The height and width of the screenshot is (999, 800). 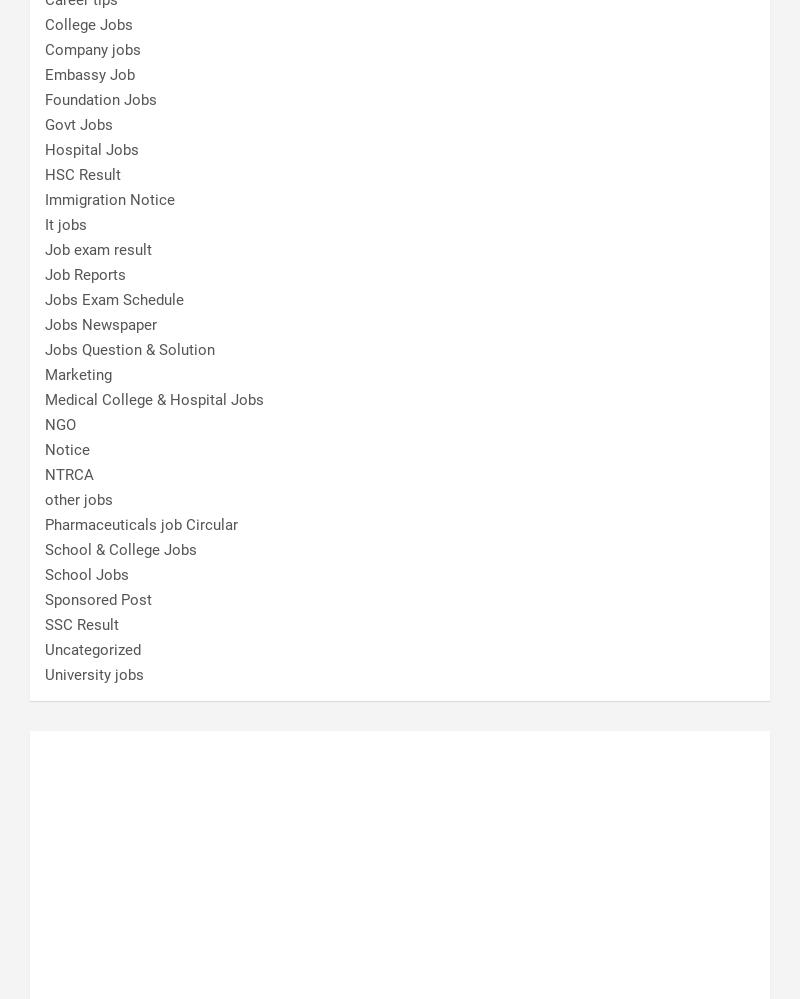 What do you see at coordinates (44, 674) in the screenshot?
I see `'University jobs'` at bounding box center [44, 674].